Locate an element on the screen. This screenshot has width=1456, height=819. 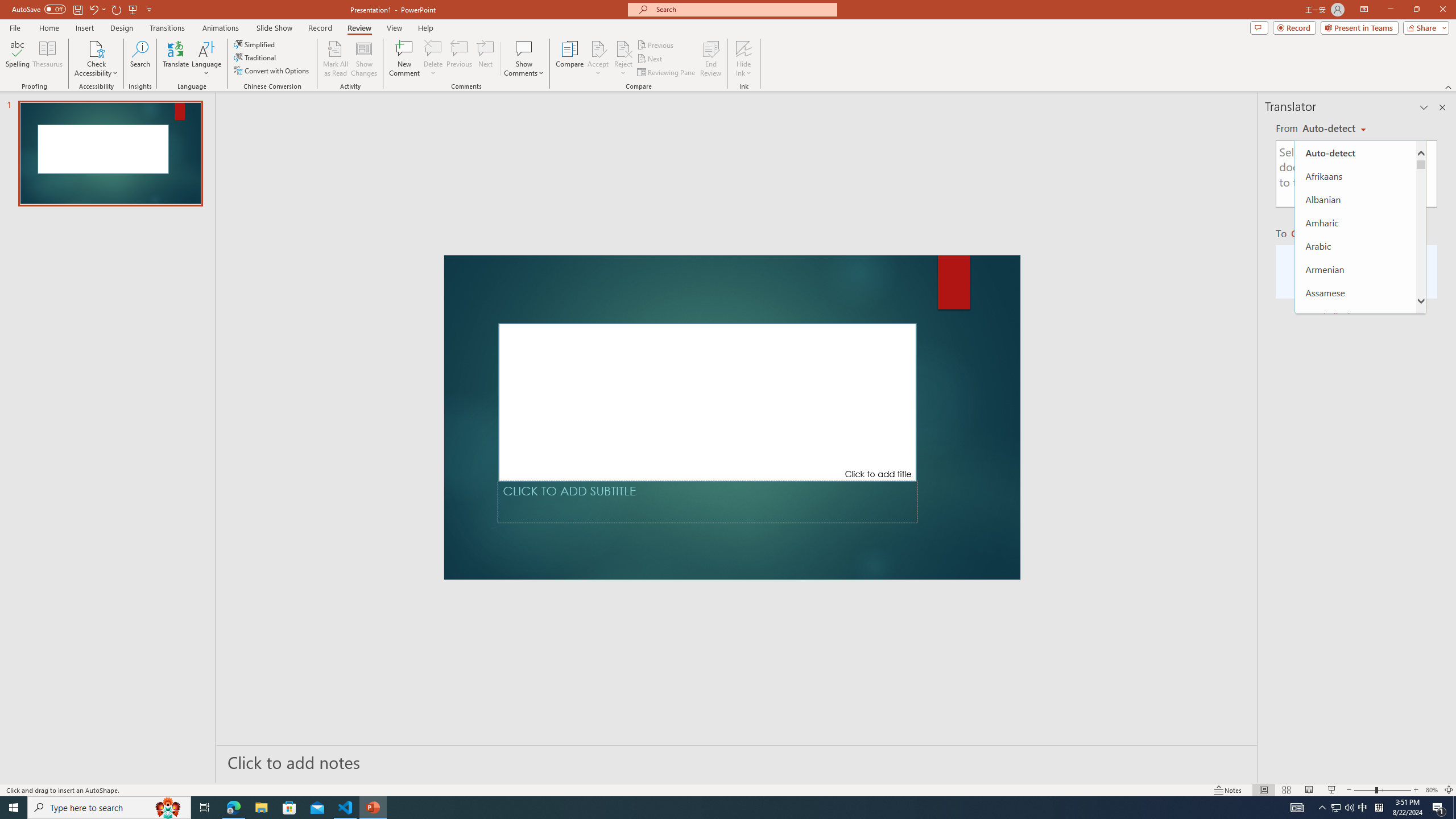
'New Comment' is located at coordinates (403, 59).